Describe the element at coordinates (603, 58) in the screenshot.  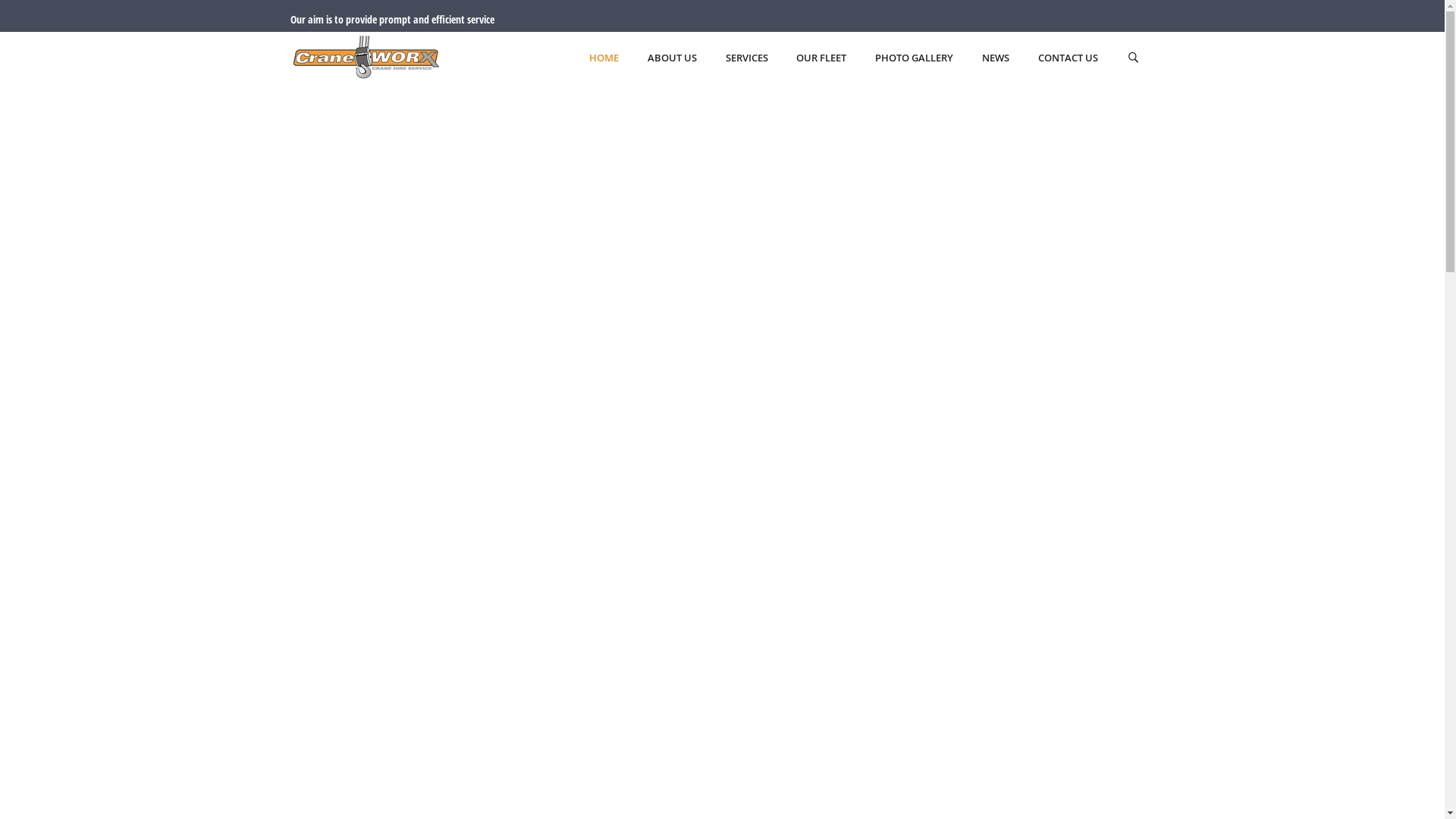
I see `'HOME'` at that location.